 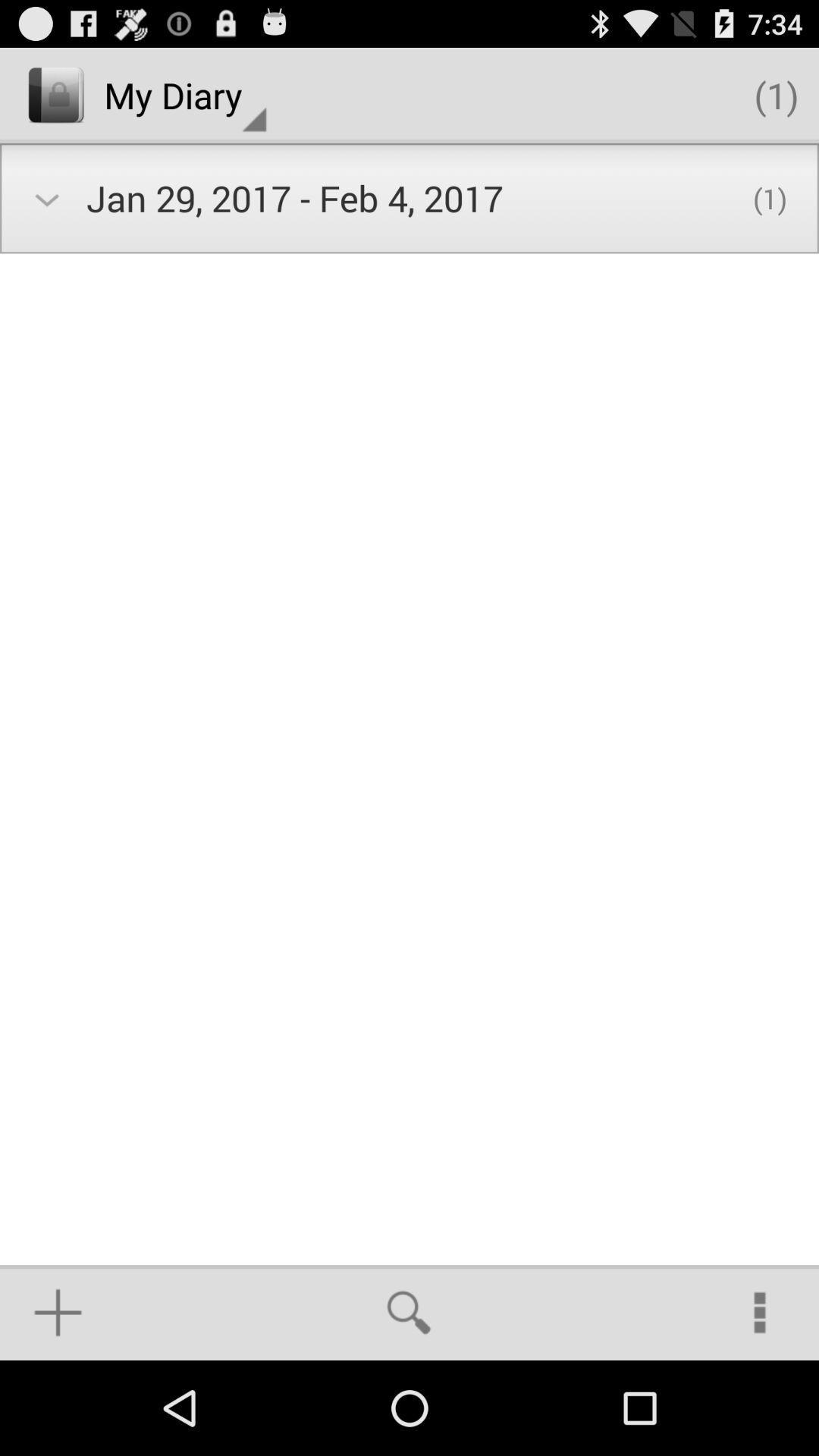 What do you see at coordinates (760, 1312) in the screenshot?
I see `the icon at the bottom right corner` at bounding box center [760, 1312].